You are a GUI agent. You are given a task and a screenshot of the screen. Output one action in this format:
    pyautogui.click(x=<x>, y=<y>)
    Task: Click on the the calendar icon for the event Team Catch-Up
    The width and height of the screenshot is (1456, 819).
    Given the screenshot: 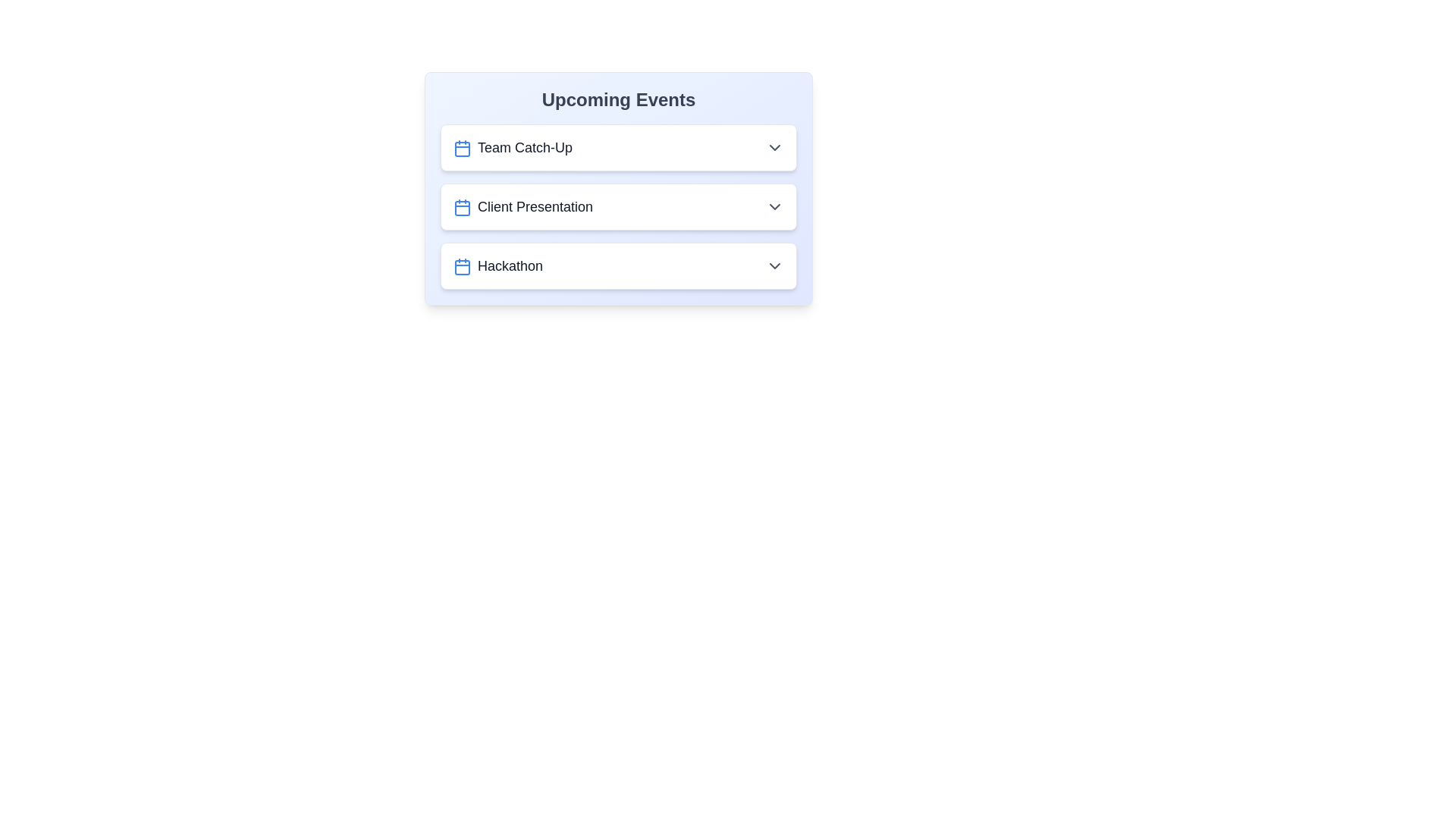 What is the action you would take?
    pyautogui.click(x=461, y=149)
    